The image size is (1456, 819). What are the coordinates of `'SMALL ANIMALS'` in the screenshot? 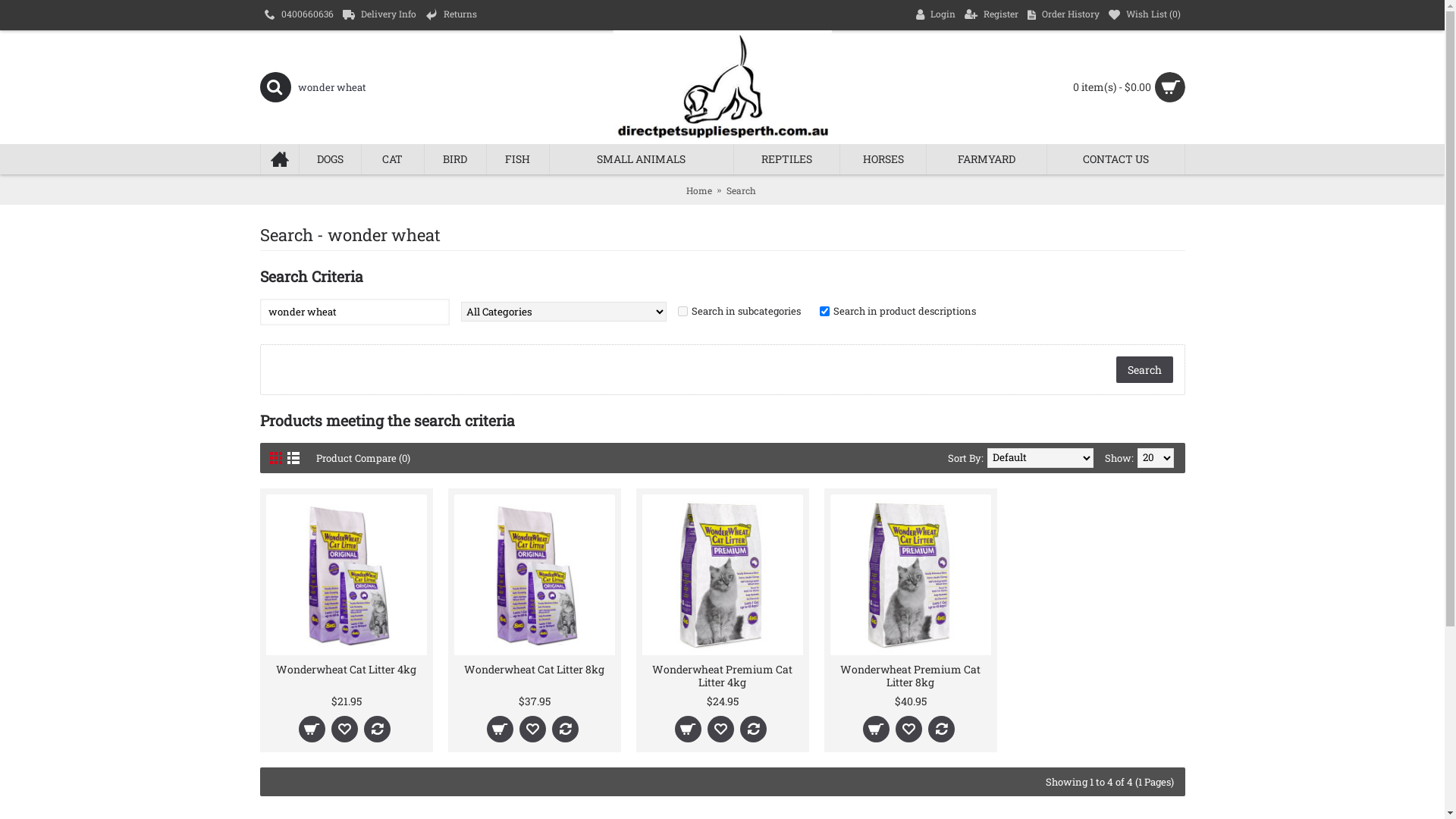 It's located at (642, 158).